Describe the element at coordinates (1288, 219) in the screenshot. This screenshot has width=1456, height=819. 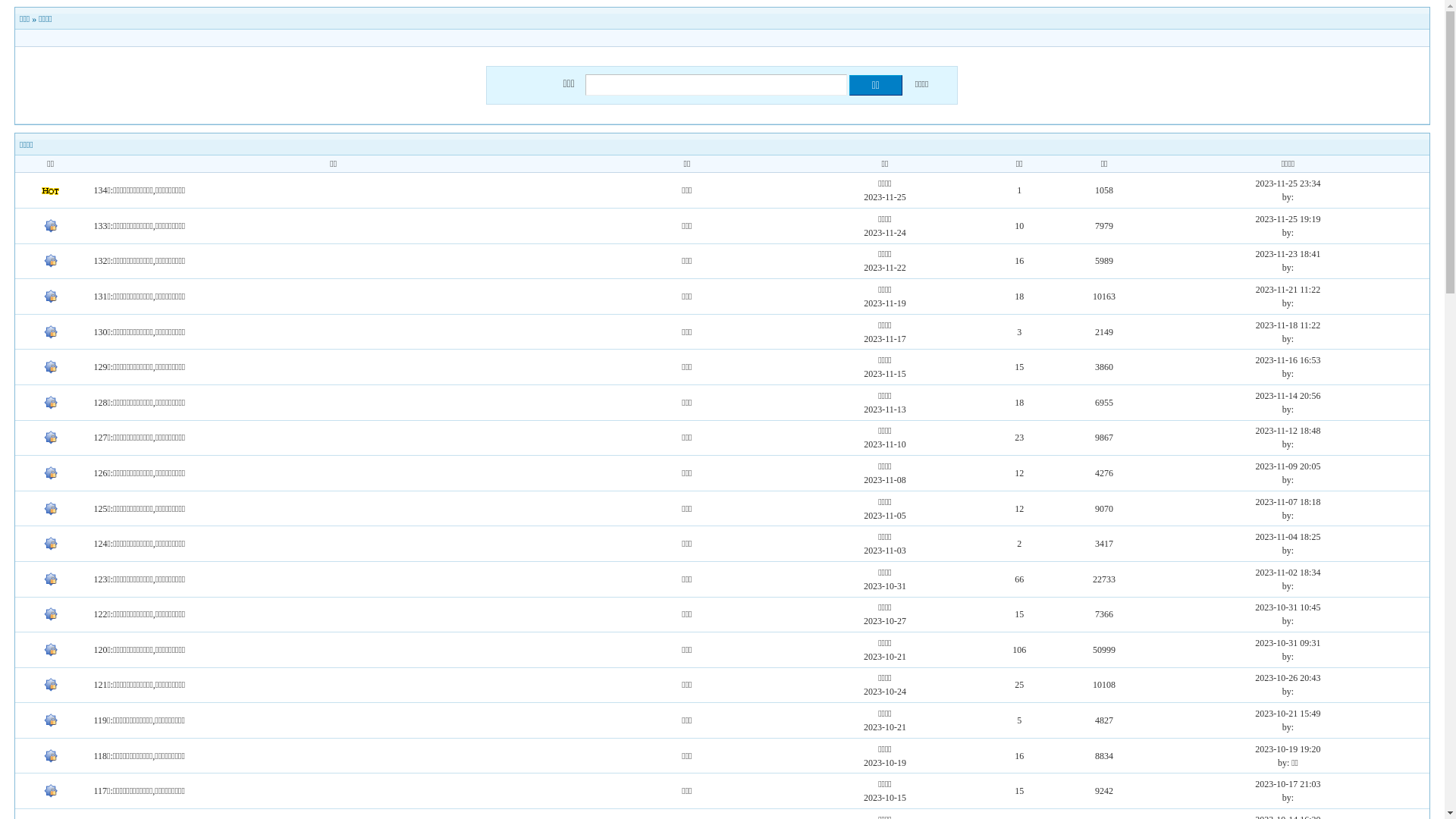
I see `'2023-11-25 19:19'` at that location.